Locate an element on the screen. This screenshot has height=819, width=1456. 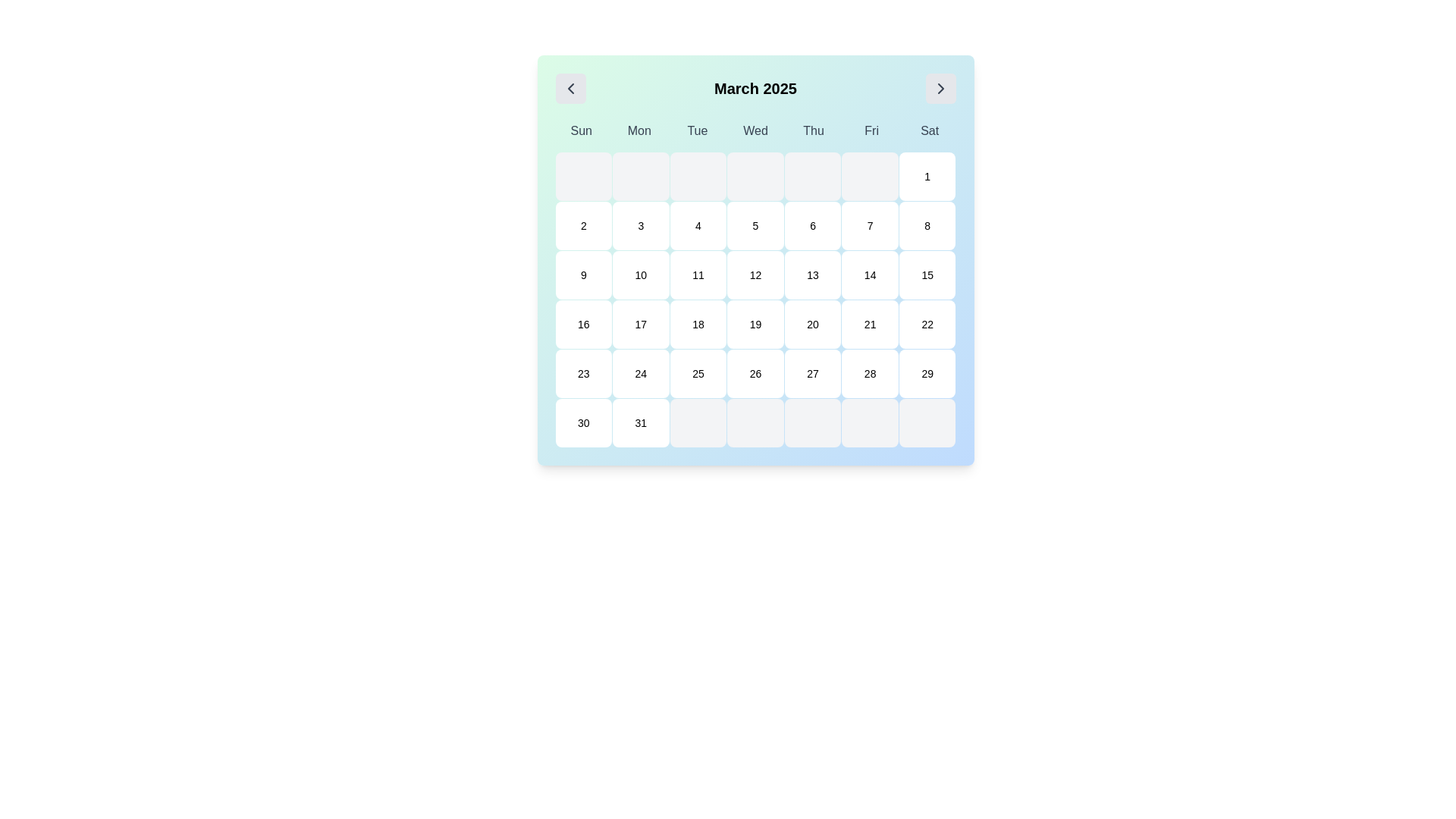
the calendar day cell displaying the text '12', which is styled with a white background and changes to blue upon hover, located in the third row and fifth column of the monthly calendar grid is located at coordinates (755, 275).